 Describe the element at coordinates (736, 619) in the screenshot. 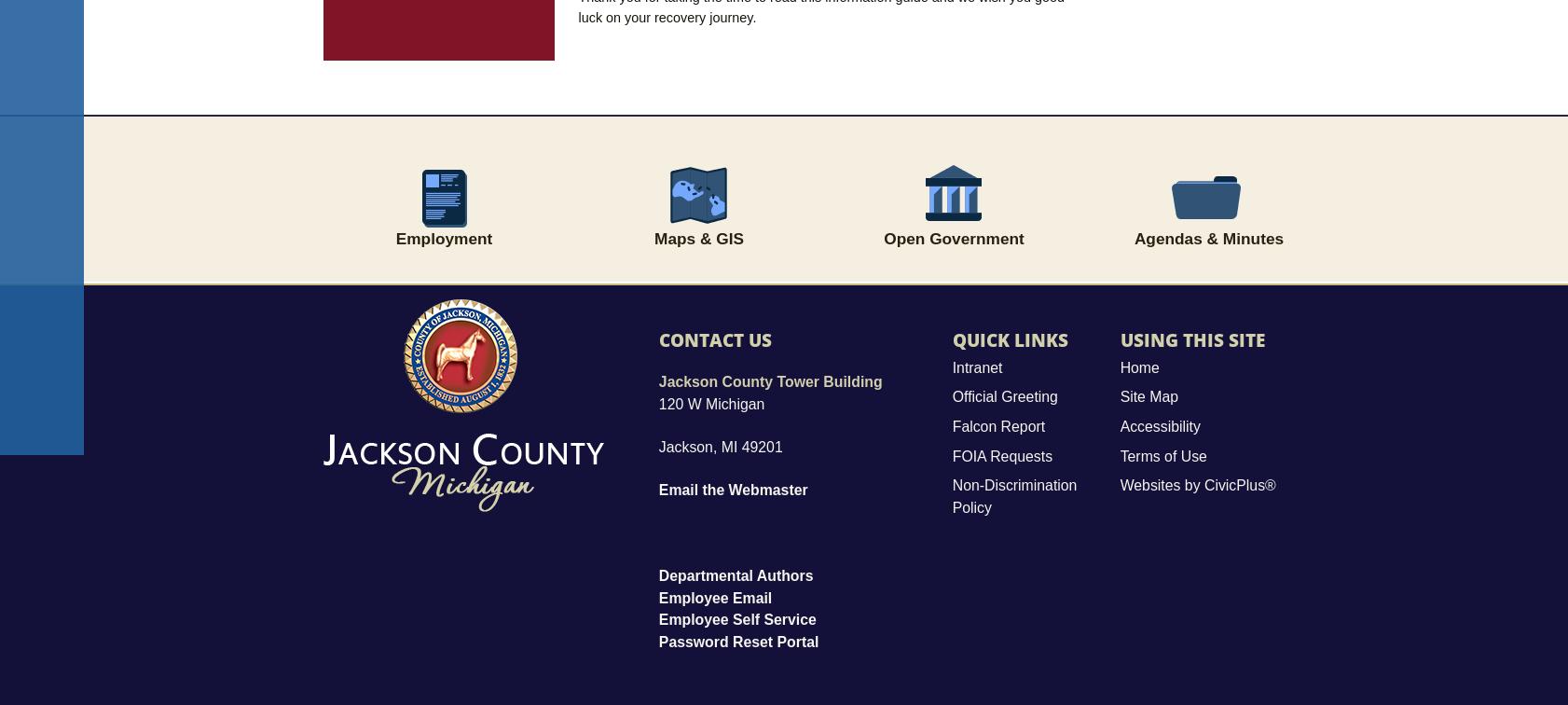

I see `'Employee Self Service'` at that location.